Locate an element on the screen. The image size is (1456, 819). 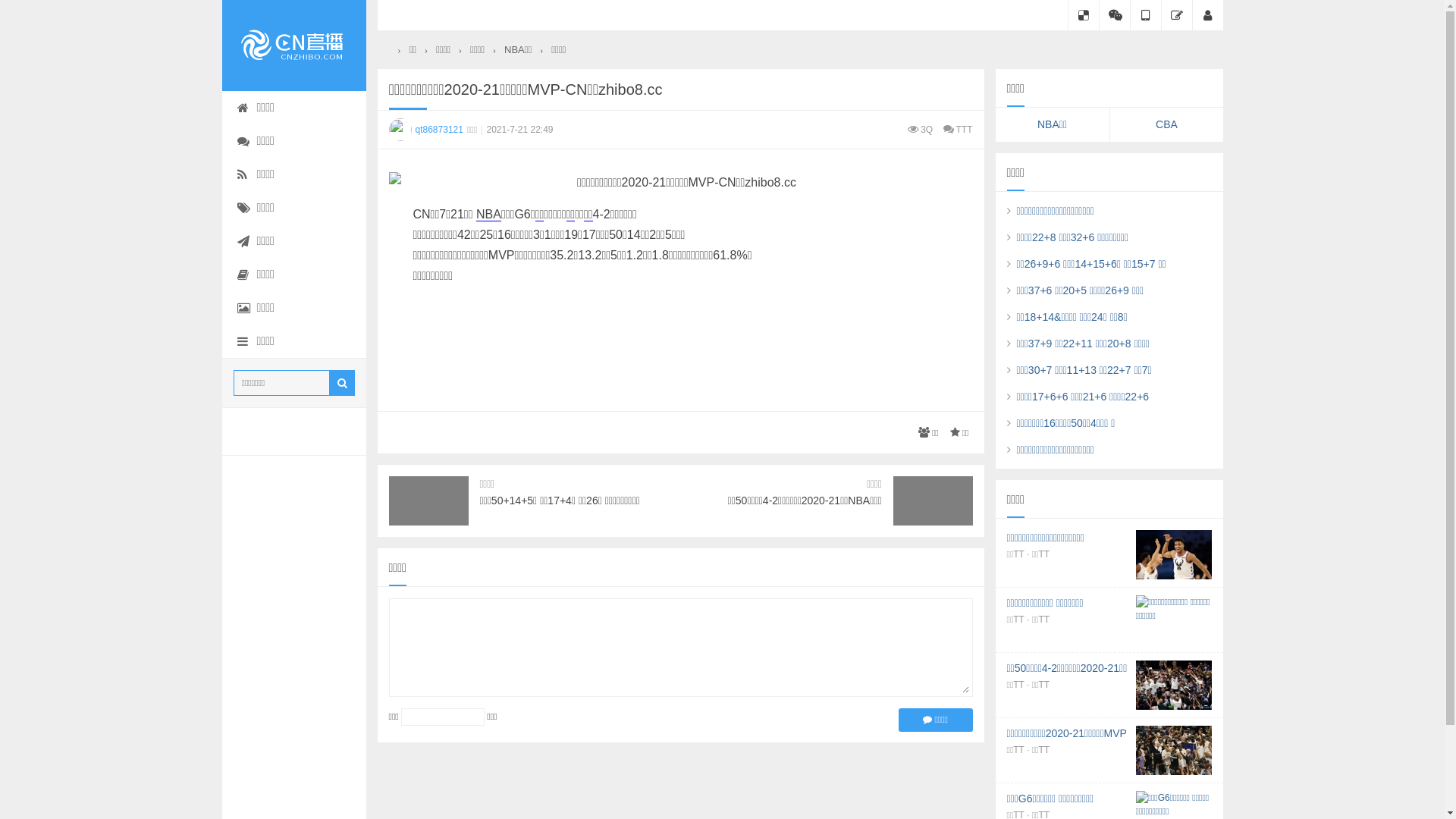
'CBA' is located at coordinates (1166, 124).